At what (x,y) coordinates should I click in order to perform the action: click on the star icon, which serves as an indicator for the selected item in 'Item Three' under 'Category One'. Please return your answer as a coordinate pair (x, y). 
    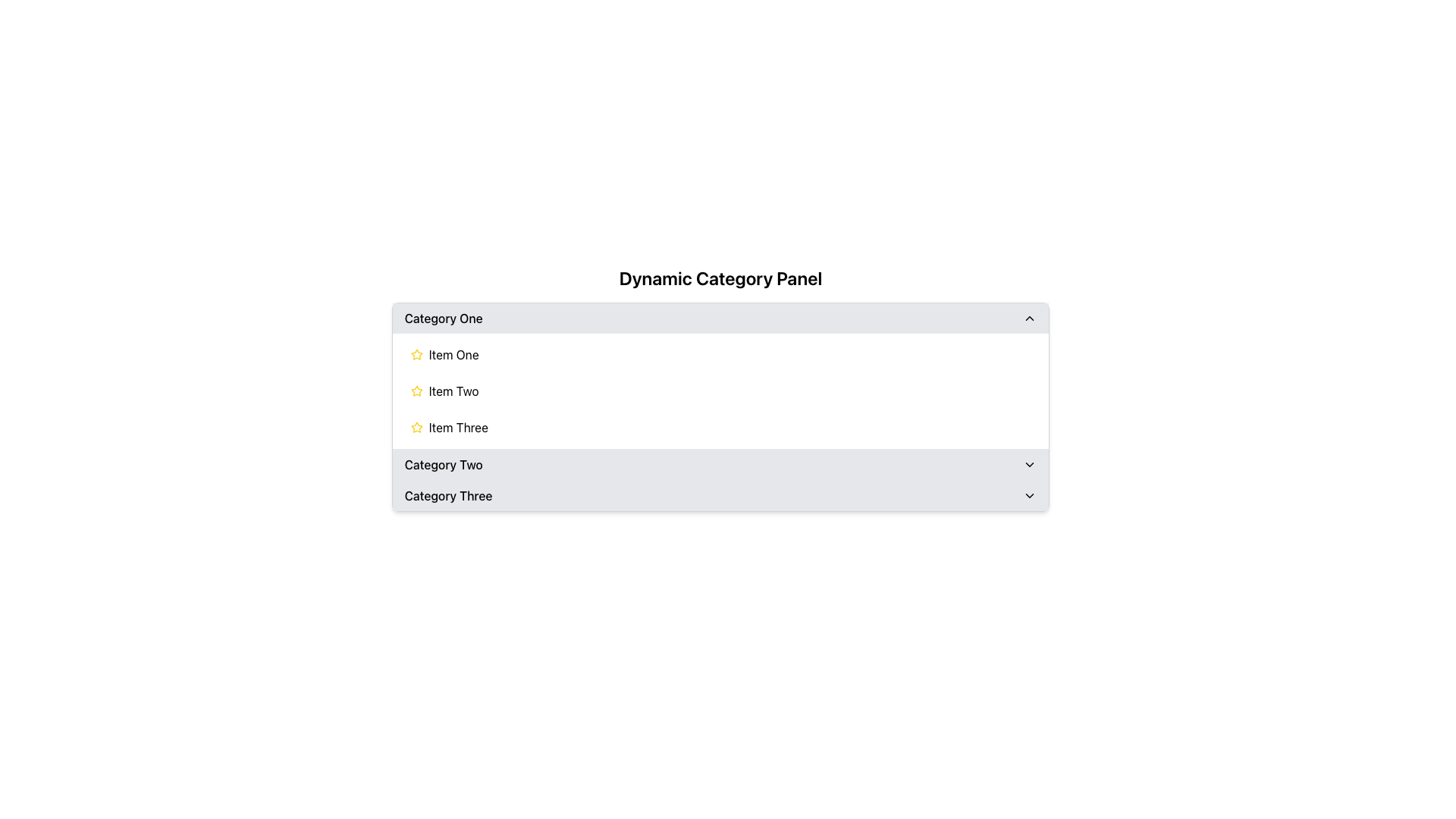
    Looking at the image, I should click on (416, 427).